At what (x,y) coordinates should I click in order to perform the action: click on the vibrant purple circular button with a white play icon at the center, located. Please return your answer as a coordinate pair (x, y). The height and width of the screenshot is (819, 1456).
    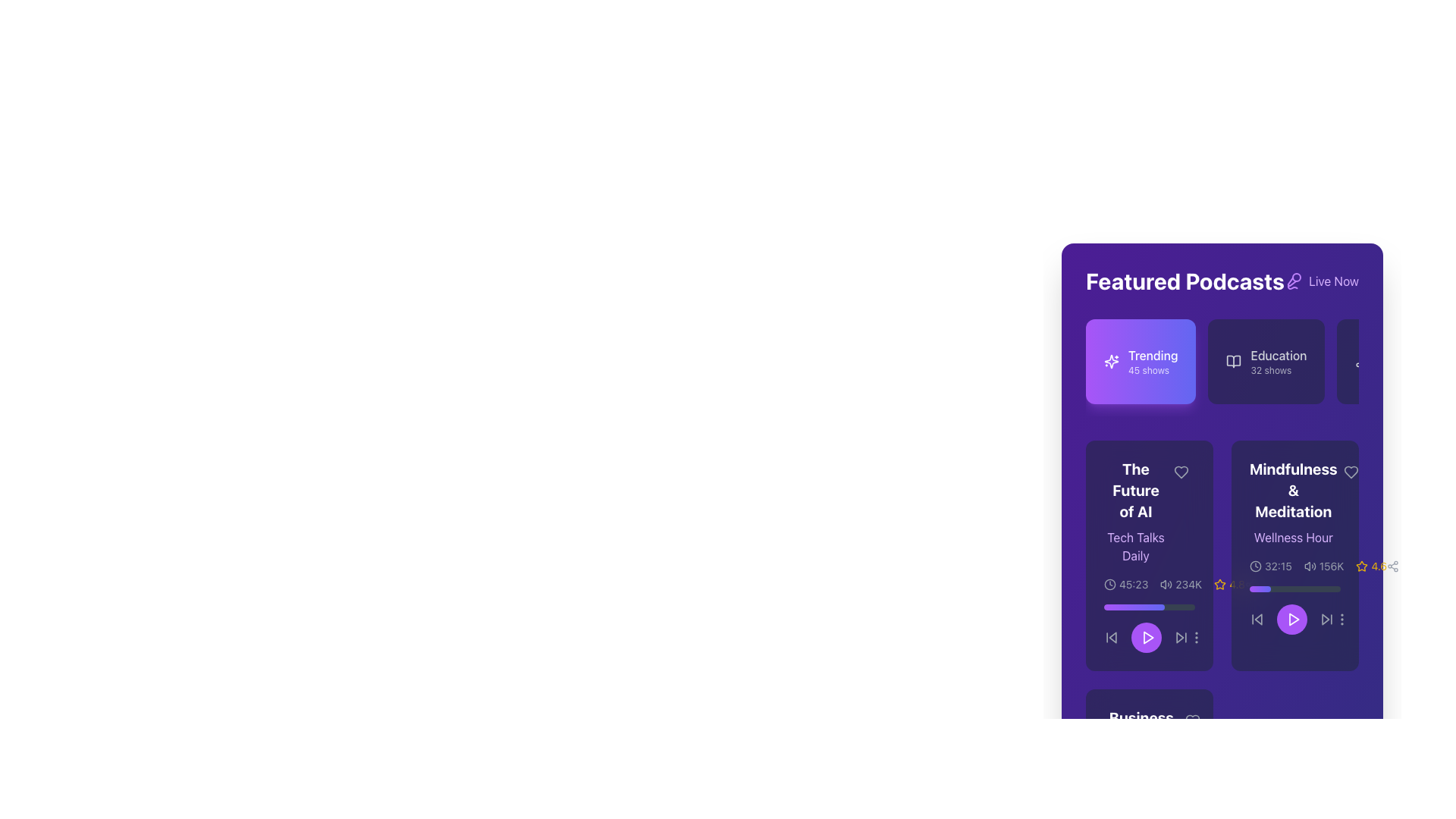
    Looking at the image, I should click on (1294, 610).